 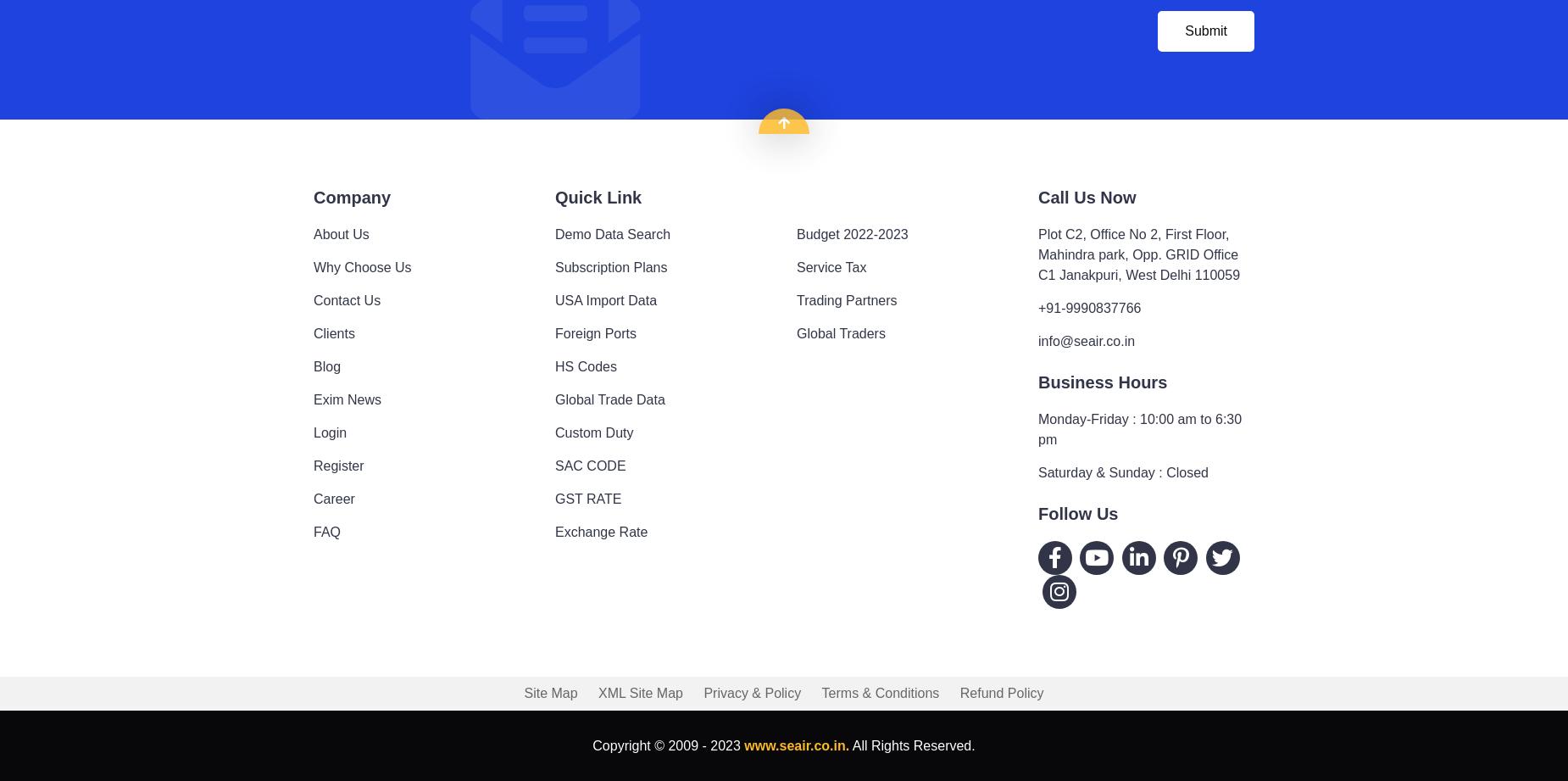 What do you see at coordinates (337, 464) in the screenshot?
I see `'Register'` at bounding box center [337, 464].